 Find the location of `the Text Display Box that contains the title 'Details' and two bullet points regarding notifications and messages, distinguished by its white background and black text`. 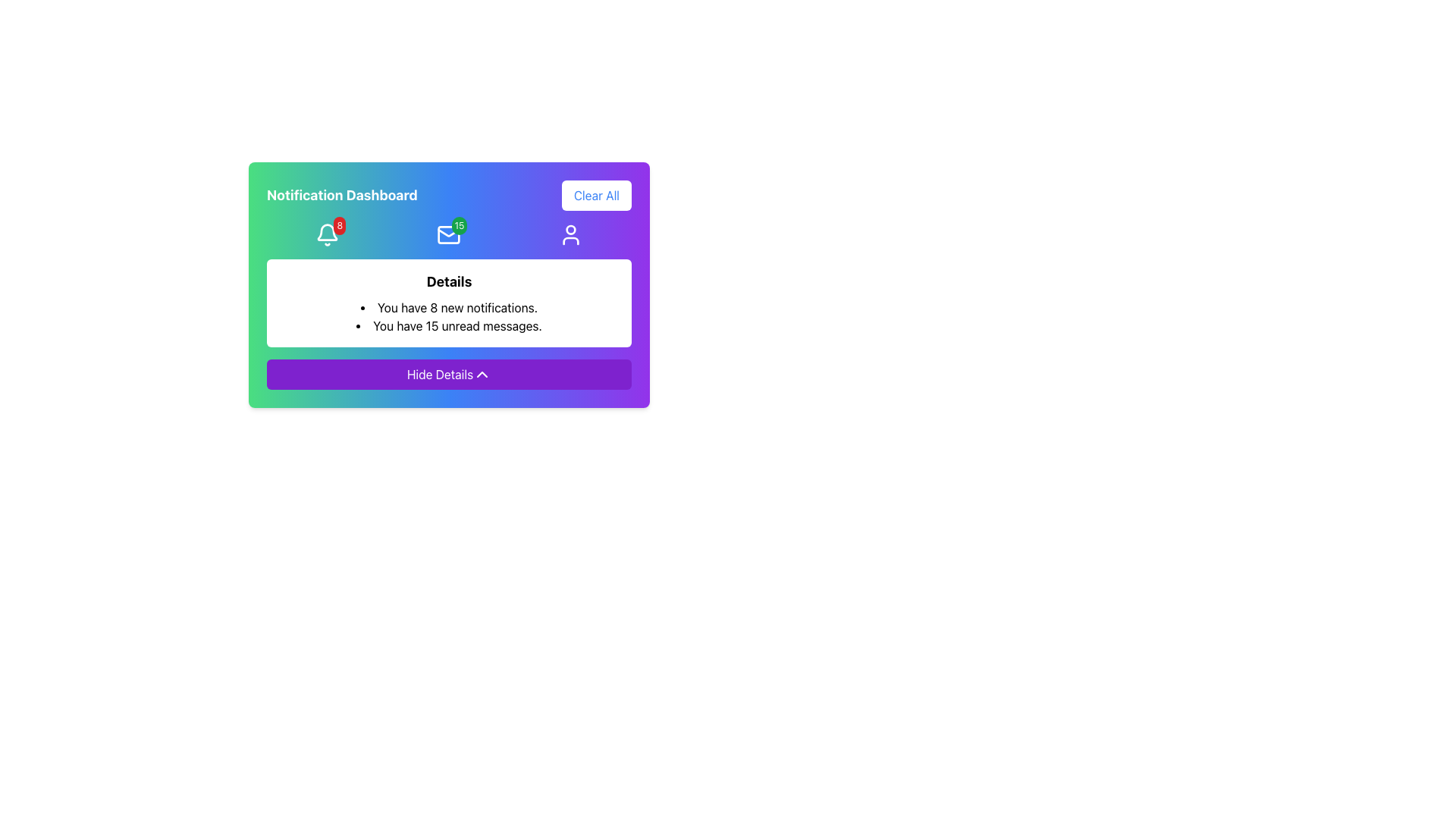

the Text Display Box that contains the title 'Details' and two bullet points regarding notifications and messages, distinguished by its white background and black text is located at coordinates (448, 303).